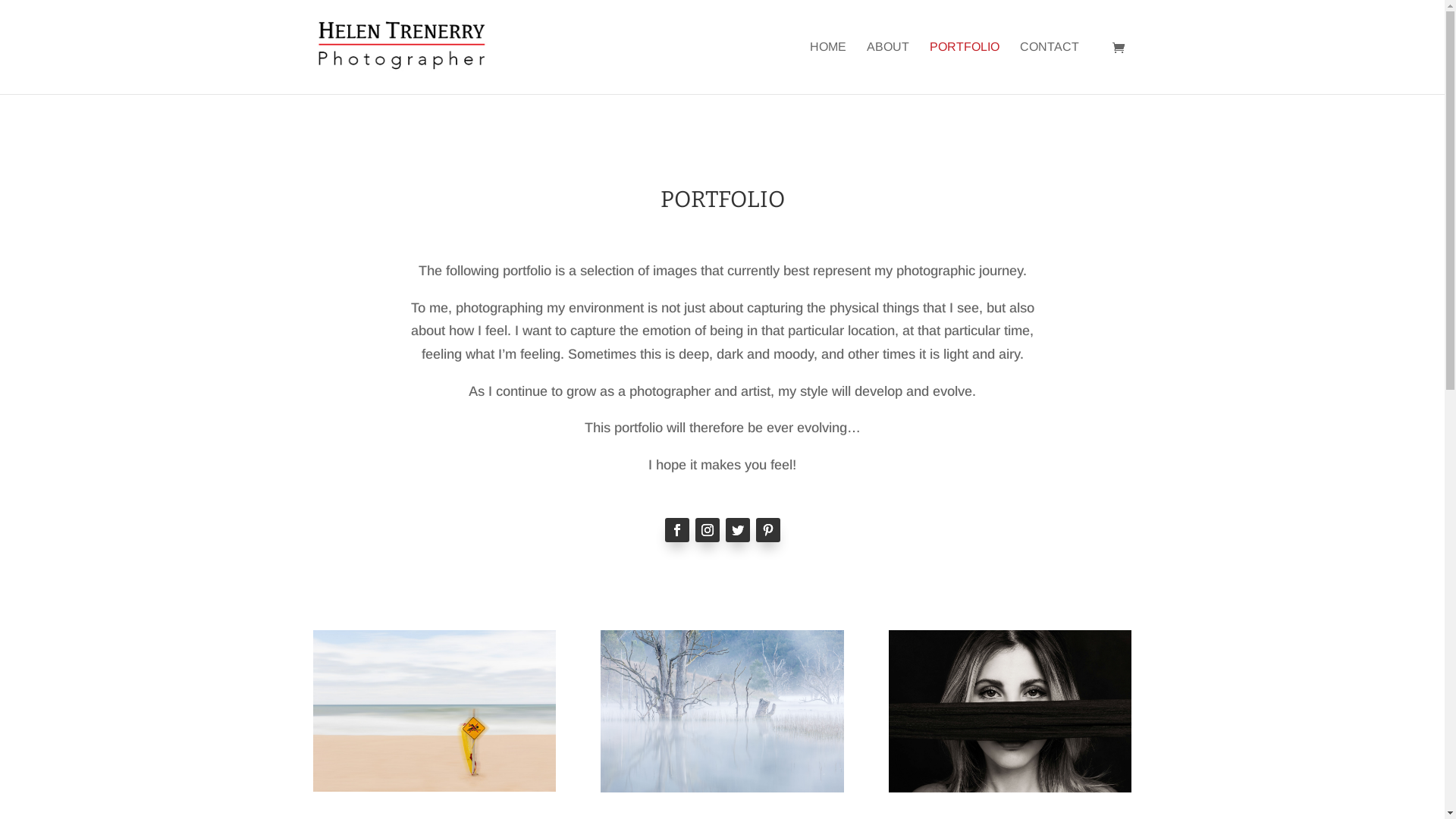 The image size is (1456, 819). I want to click on 'PORTFOLIO', so click(964, 67).